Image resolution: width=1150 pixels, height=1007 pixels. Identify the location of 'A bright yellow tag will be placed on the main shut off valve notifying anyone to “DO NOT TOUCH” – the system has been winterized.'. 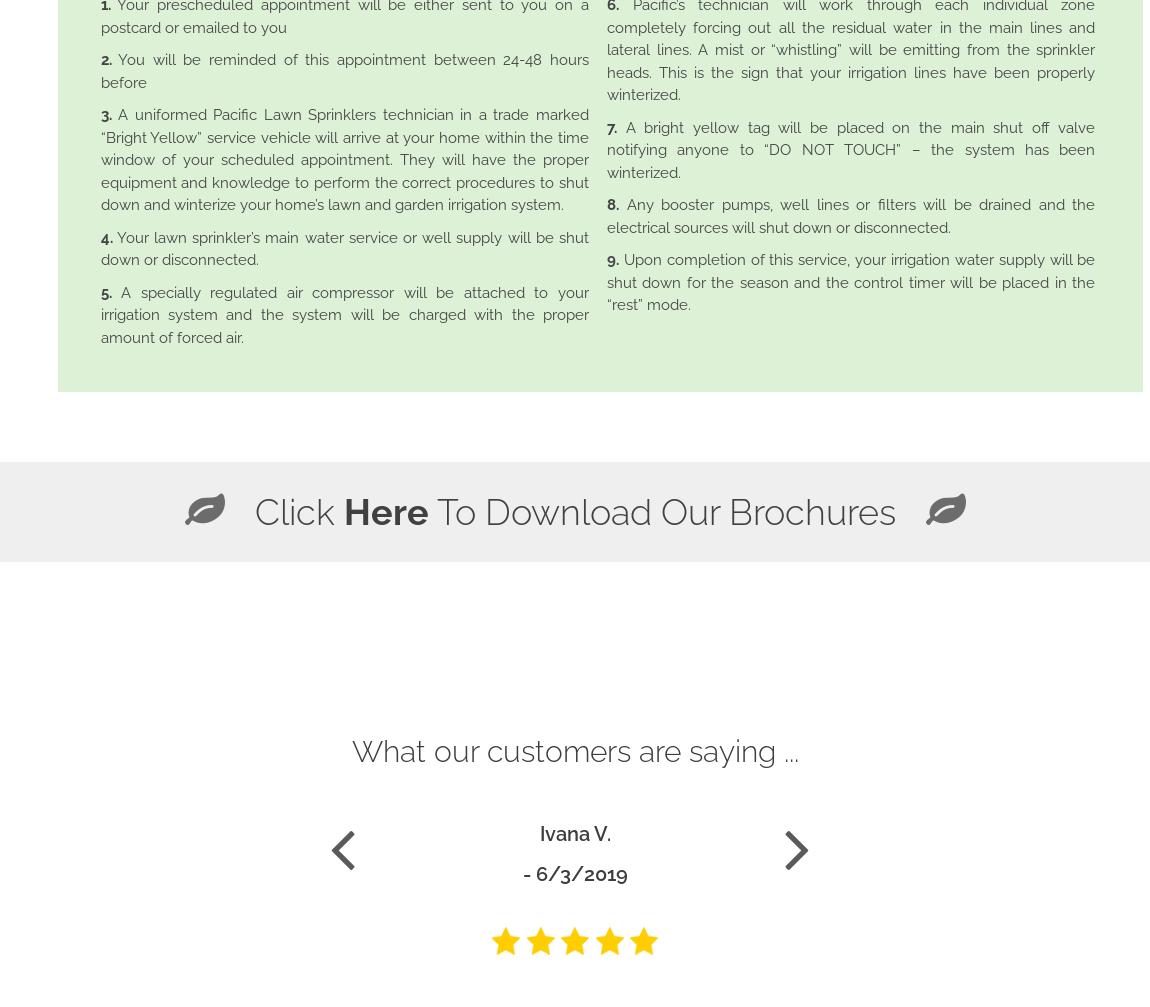
(849, 149).